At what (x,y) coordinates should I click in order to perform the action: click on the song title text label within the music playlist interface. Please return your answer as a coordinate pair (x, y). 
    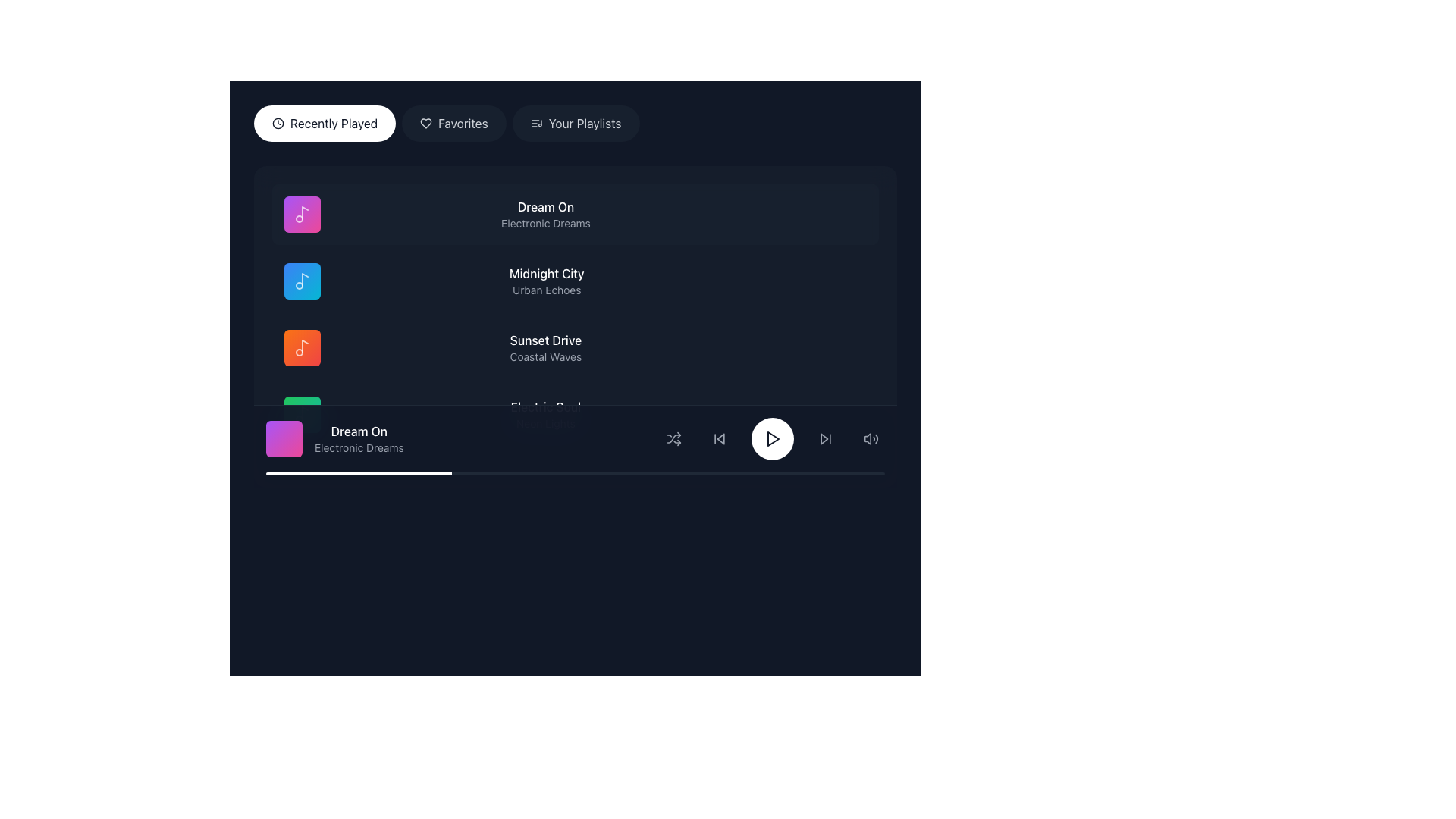
    Looking at the image, I should click on (358, 431).